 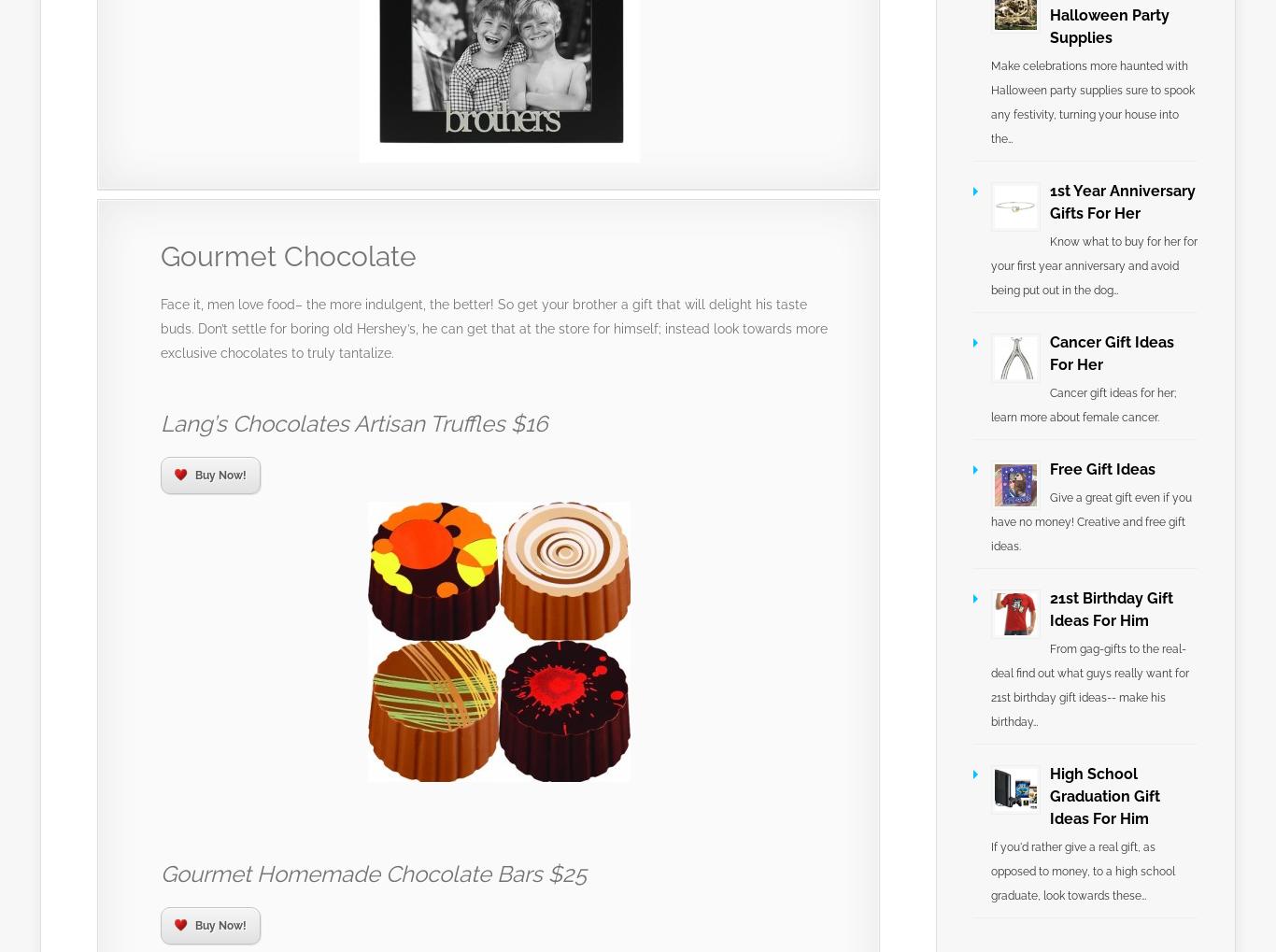 What do you see at coordinates (1084, 405) in the screenshot?
I see `'Cancer gift ideas for her; learn more about female cancer.'` at bounding box center [1084, 405].